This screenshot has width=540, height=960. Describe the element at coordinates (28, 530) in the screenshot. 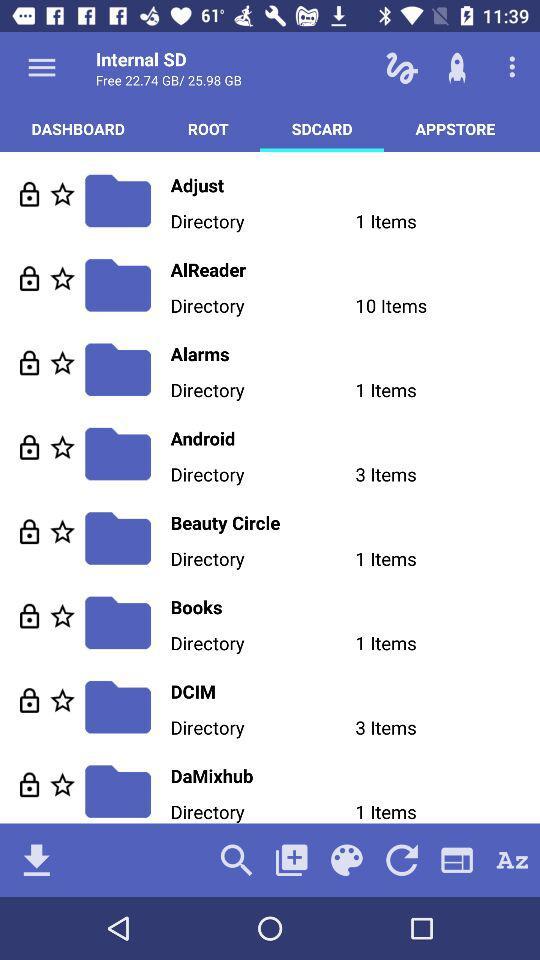

I see `go do lacke` at that location.